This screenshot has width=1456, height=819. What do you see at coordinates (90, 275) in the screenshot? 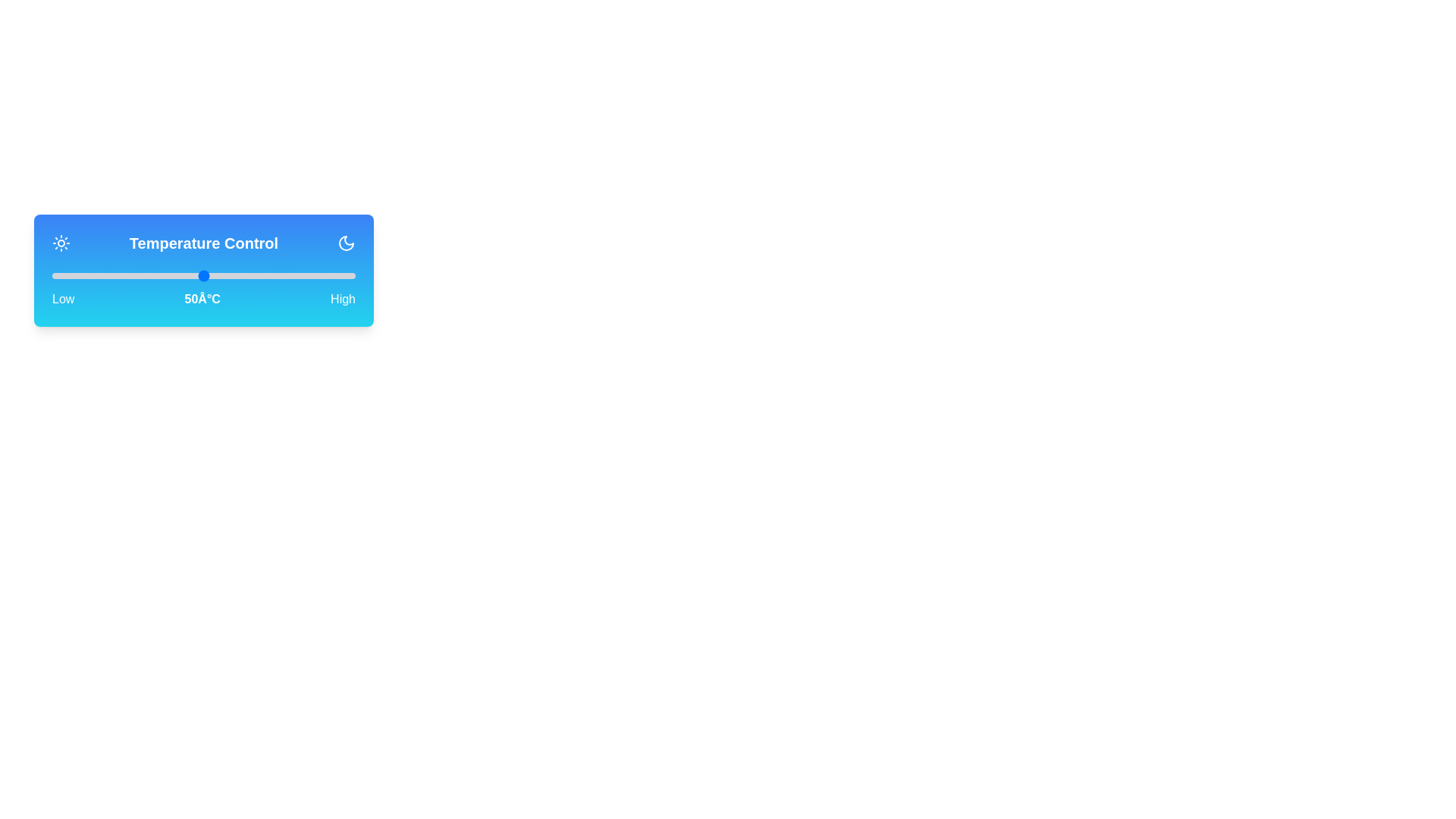
I see `the temperature to 13°C by moving the slider` at bounding box center [90, 275].